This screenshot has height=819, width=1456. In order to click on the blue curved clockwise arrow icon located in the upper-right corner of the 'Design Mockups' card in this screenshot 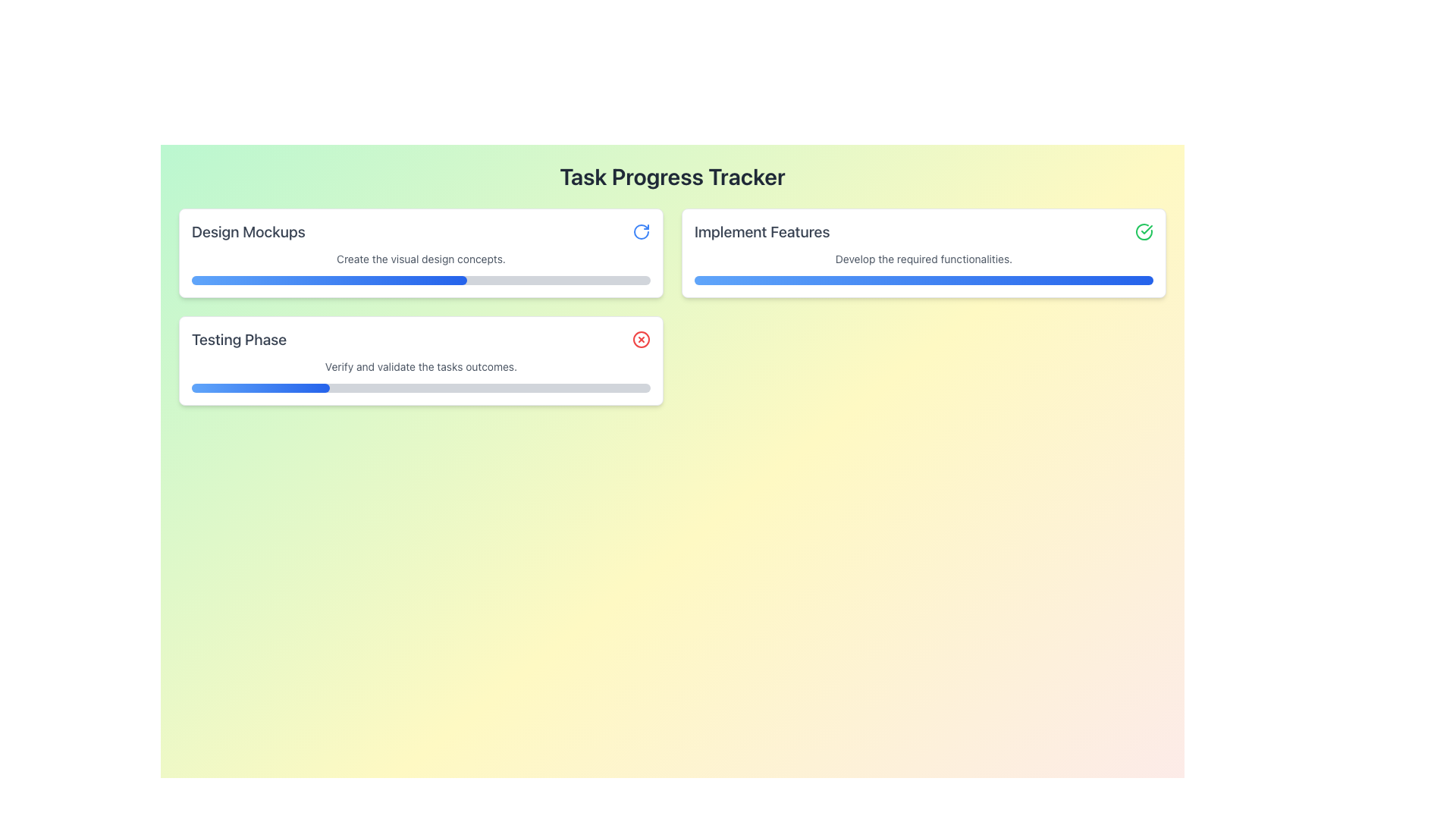, I will do `click(641, 231)`.